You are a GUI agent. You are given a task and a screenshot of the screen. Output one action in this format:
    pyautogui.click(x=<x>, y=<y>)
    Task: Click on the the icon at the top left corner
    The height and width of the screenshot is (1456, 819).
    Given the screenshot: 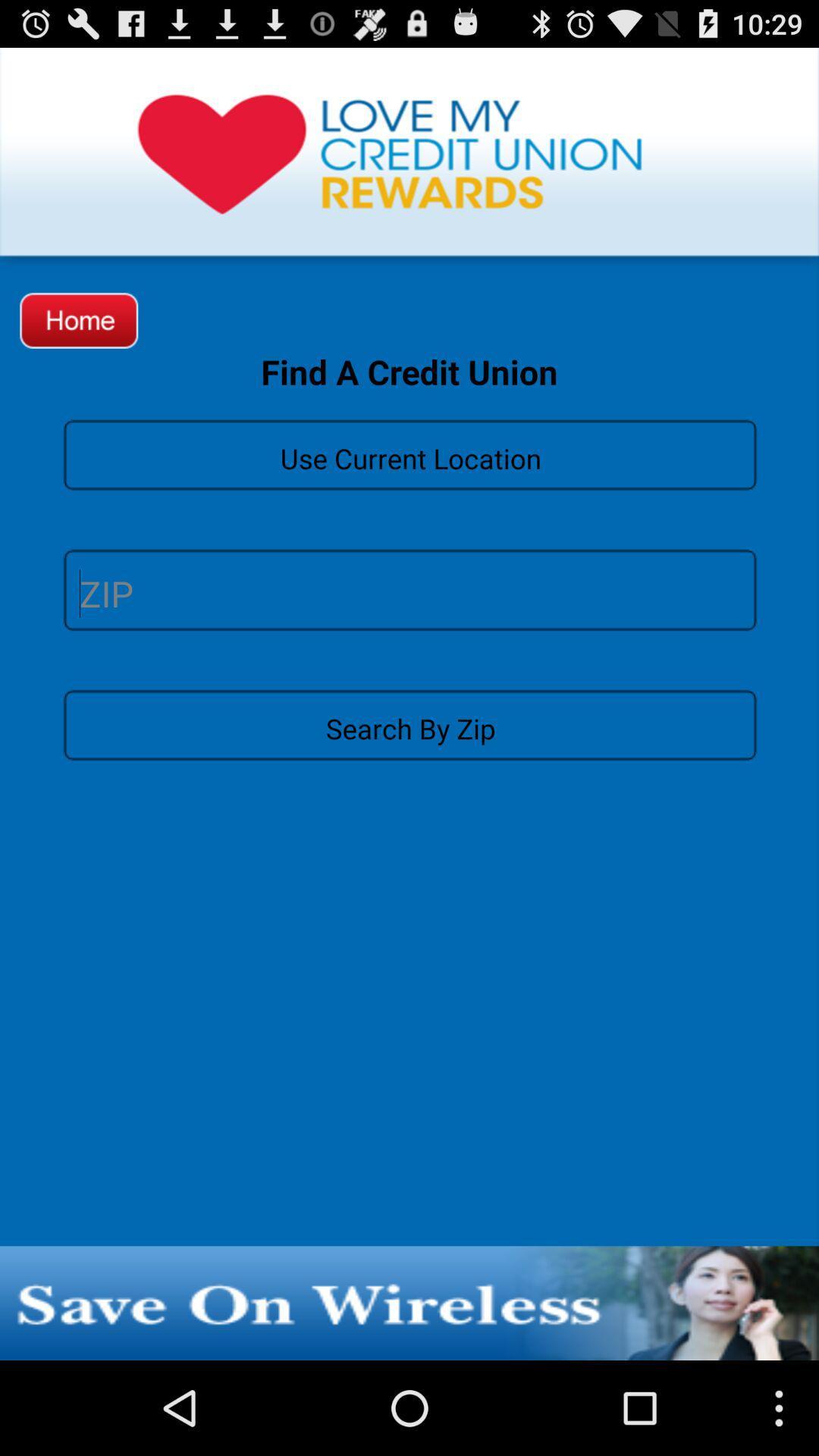 What is the action you would take?
    pyautogui.click(x=79, y=319)
    